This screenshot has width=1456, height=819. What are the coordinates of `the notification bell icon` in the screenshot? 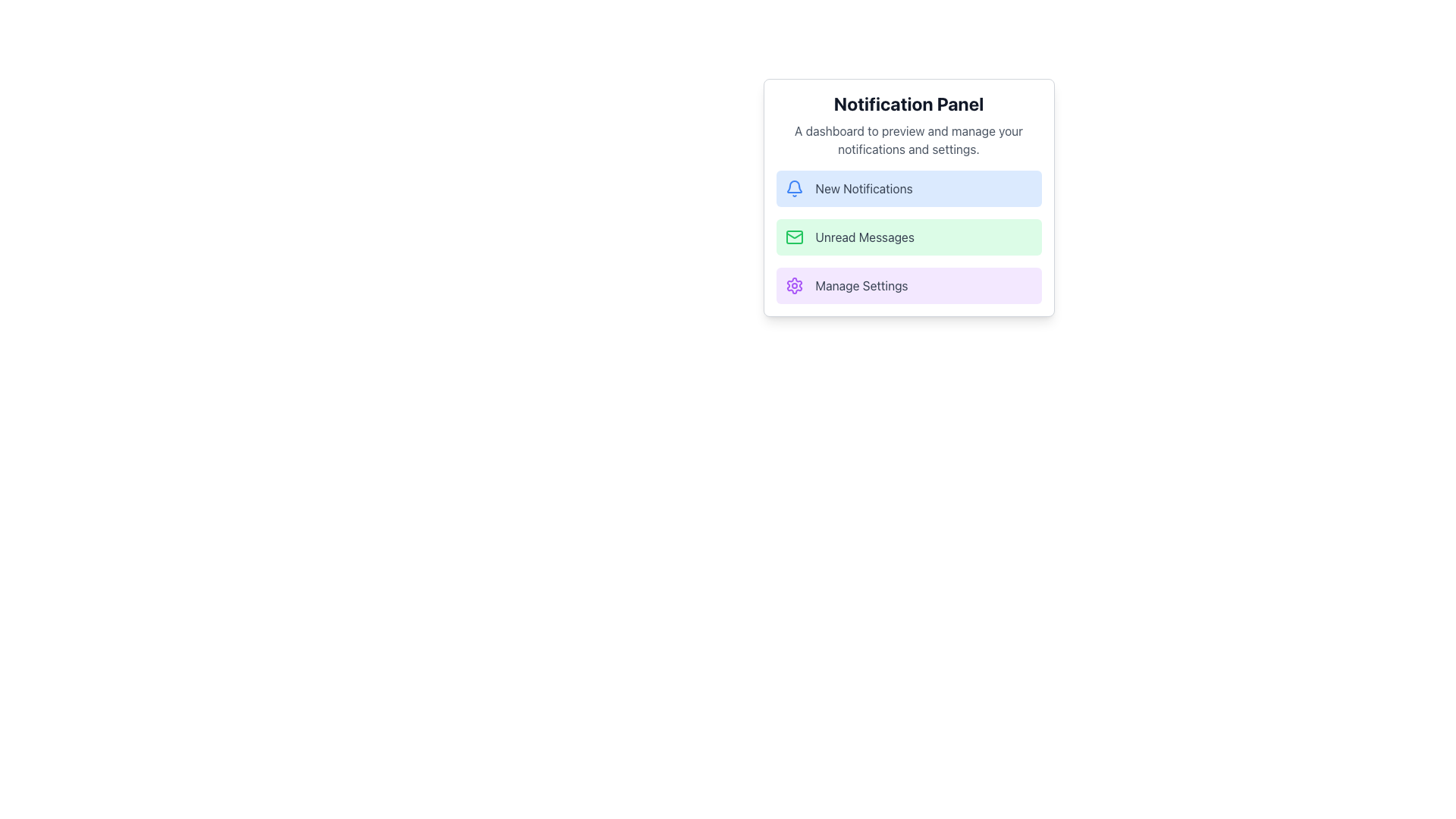 It's located at (793, 186).